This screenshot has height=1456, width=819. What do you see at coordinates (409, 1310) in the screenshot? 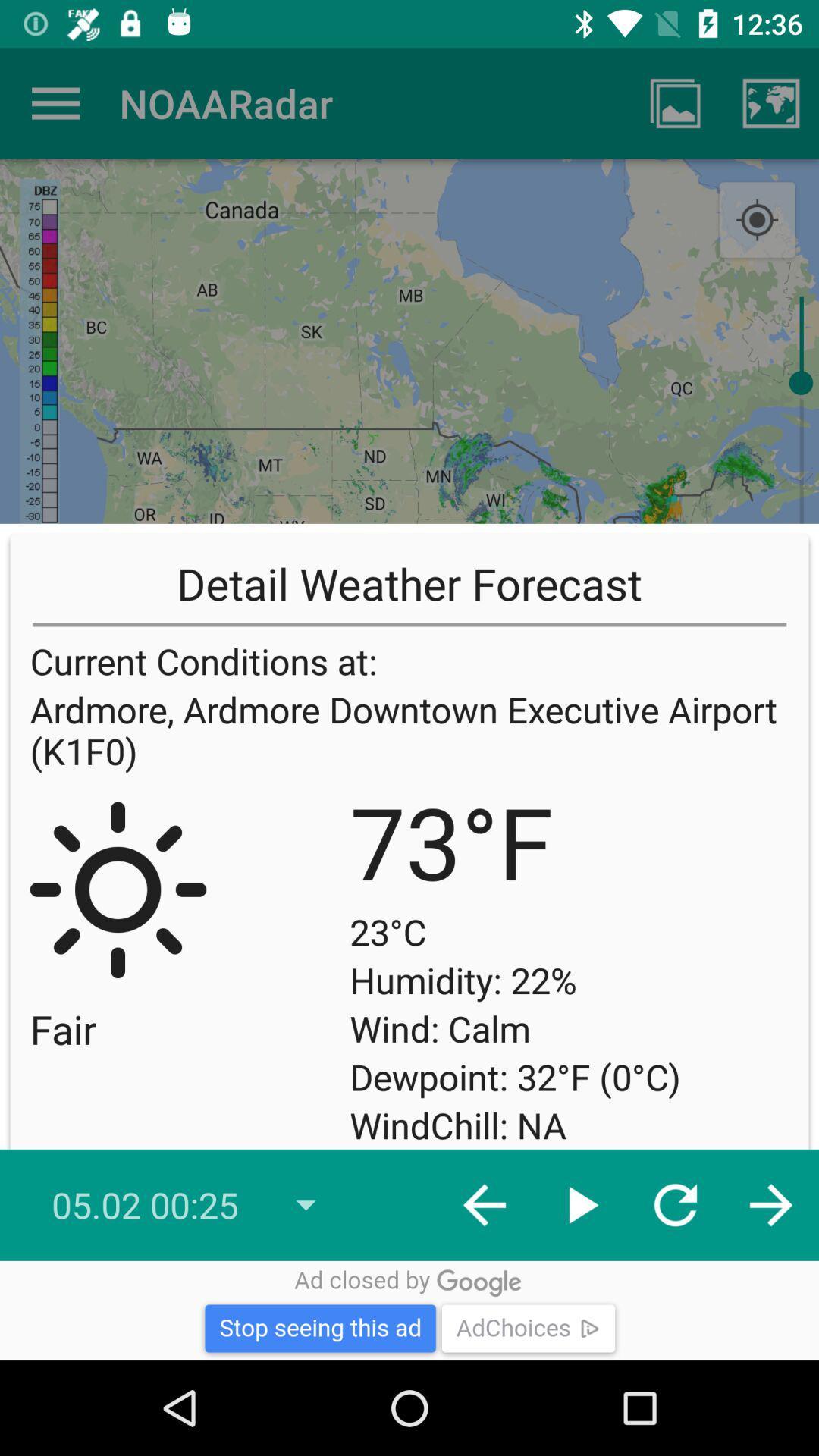
I see `advertisement` at bounding box center [409, 1310].